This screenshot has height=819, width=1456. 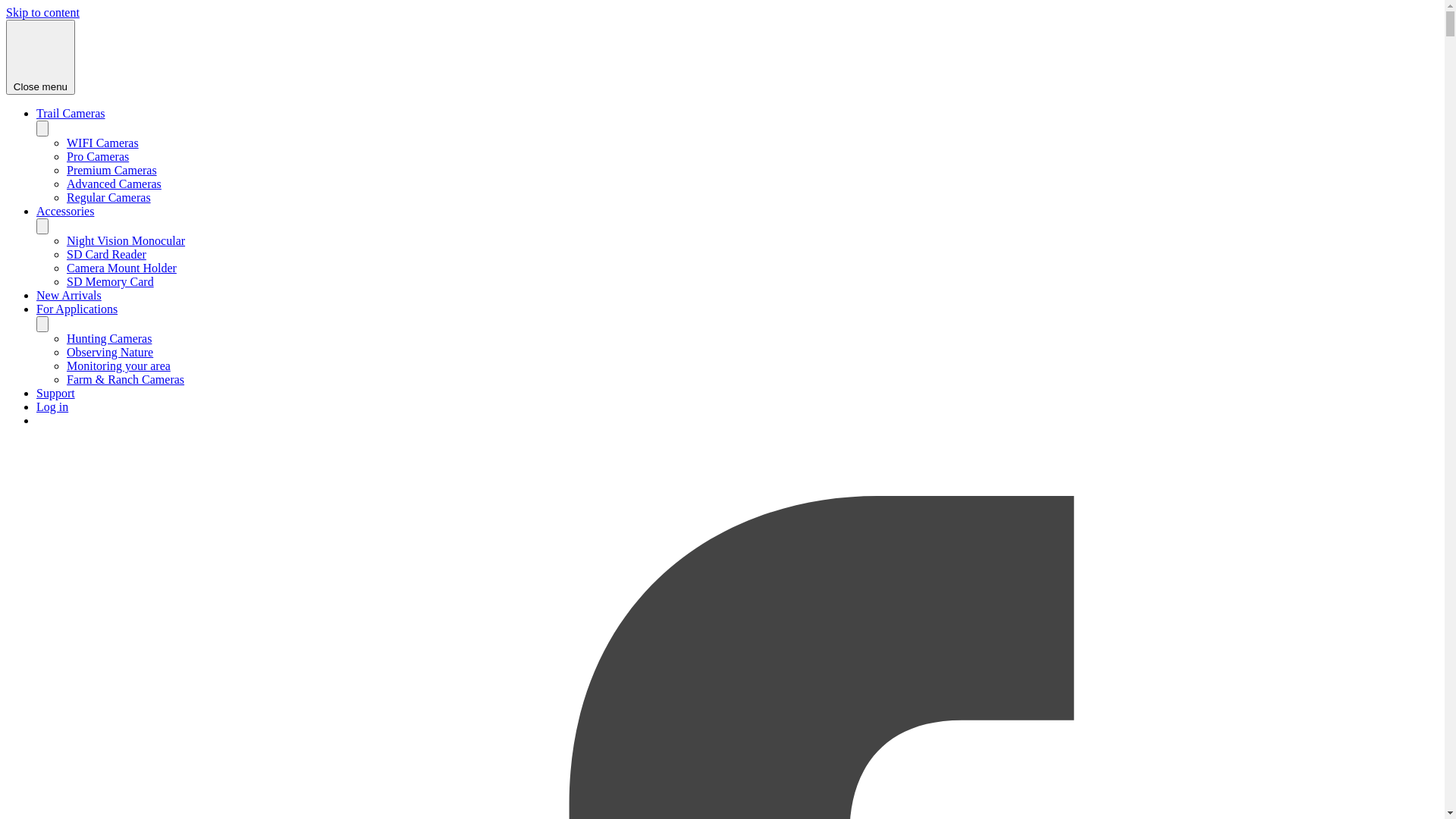 What do you see at coordinates (109, 281) in the screenshot?
I see `'SD Memory Card'` at bounding box center [109, 281].